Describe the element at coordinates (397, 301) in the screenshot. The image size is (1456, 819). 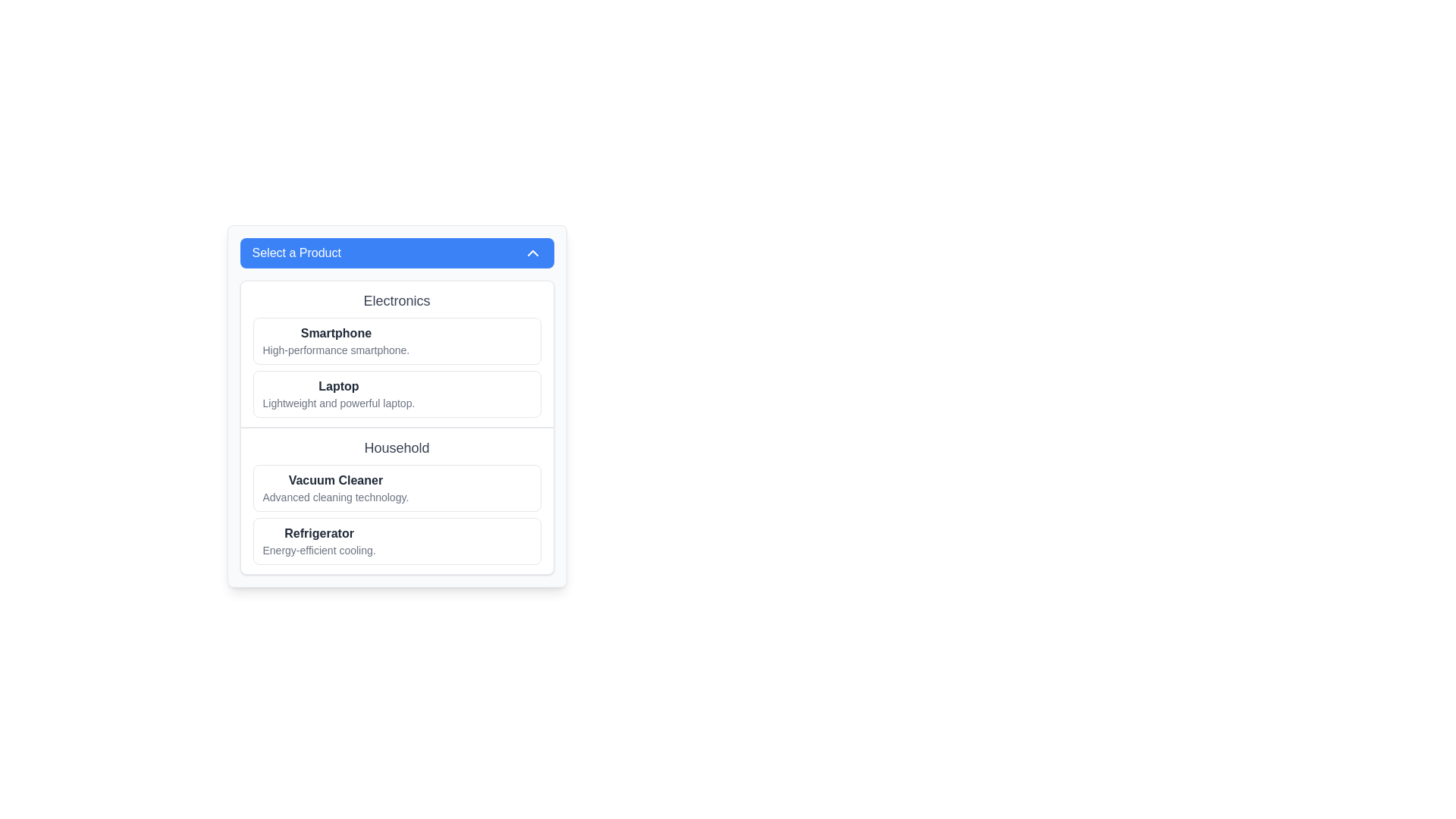
I see `text label displaying 'Electronics' which is styled in a grayish tone and serves as a category header above the list items 'Smartphone' and 'Laptop'` at that location.